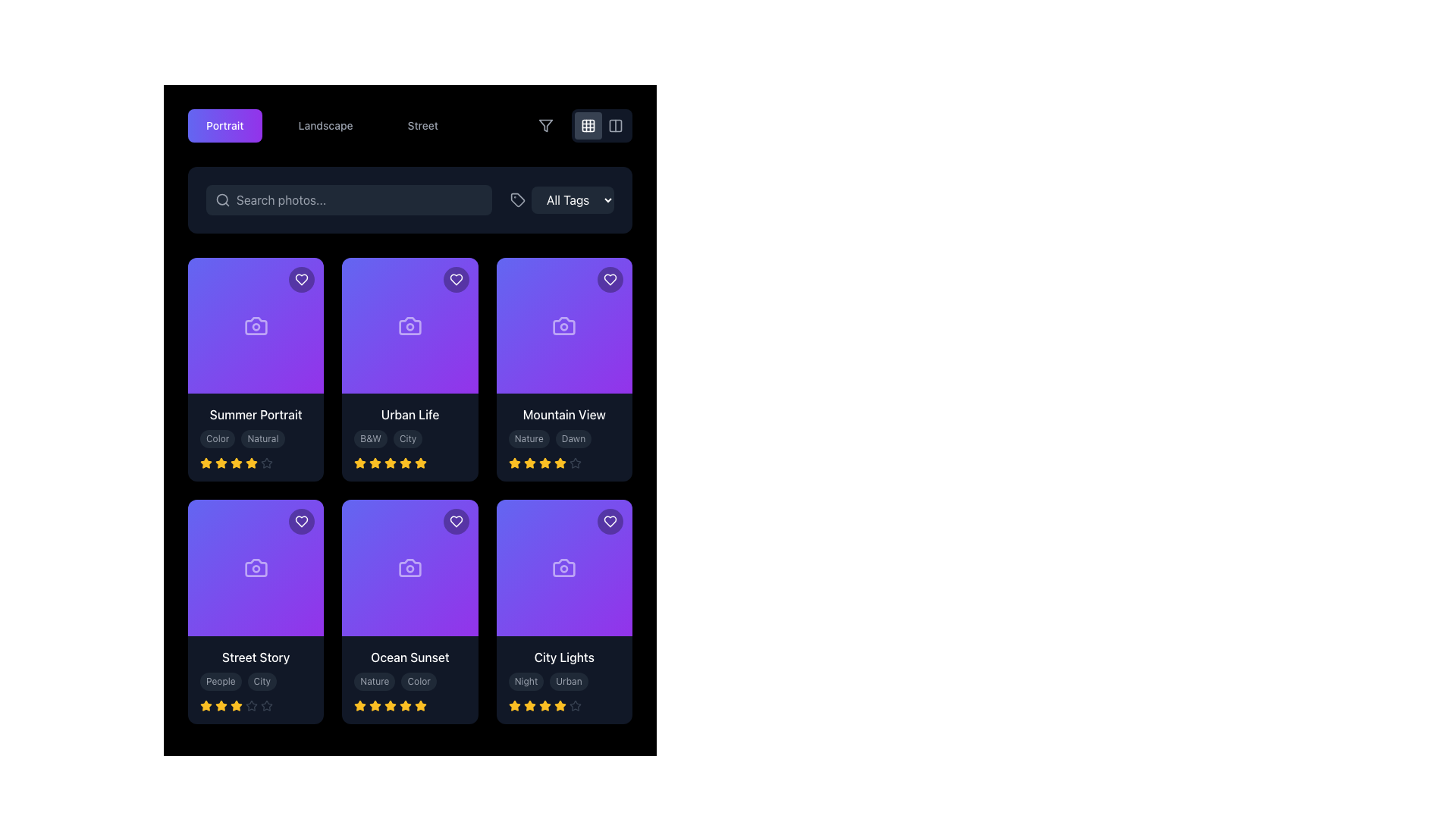  What do you see at coordinates (375, 463) in the screenshot?
I see `the third star icon in the rating system of the 'Urban Life' card located in the second column of the first row` at bounding box center [375, 463].